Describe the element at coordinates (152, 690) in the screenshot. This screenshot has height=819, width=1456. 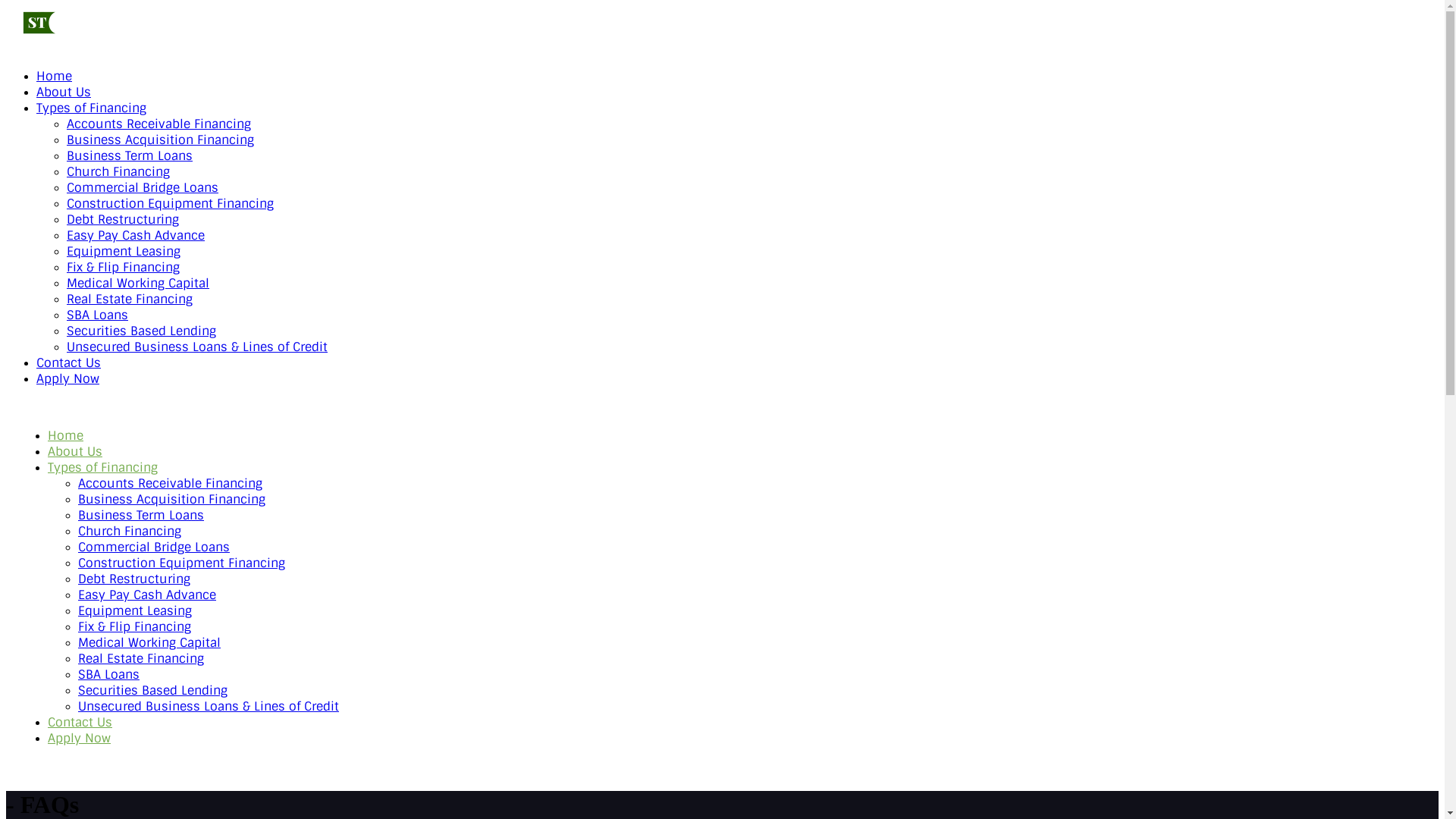
I see `'Securities Based Lending'` at that location.